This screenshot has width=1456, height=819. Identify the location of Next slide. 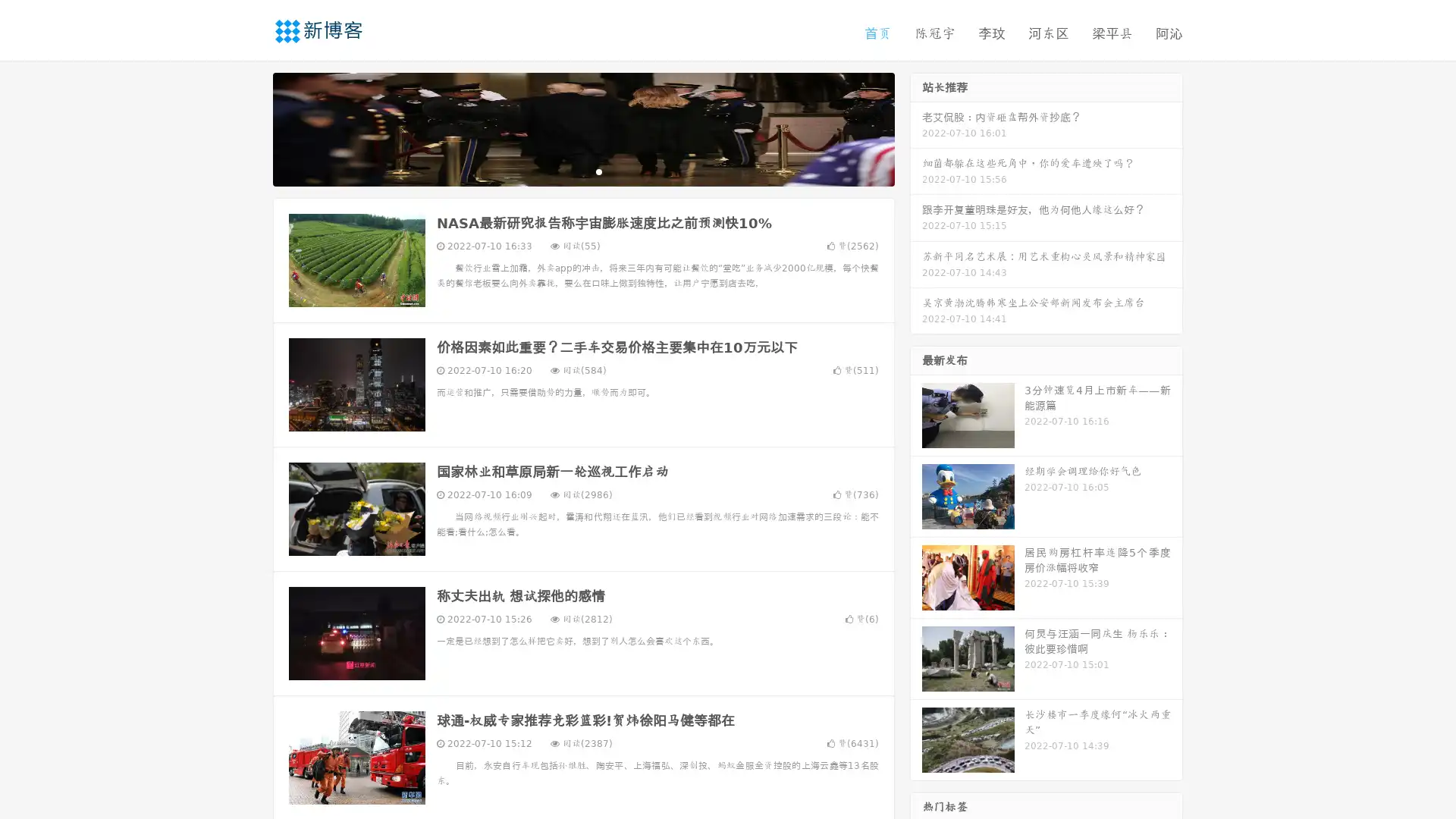
(916, 127).